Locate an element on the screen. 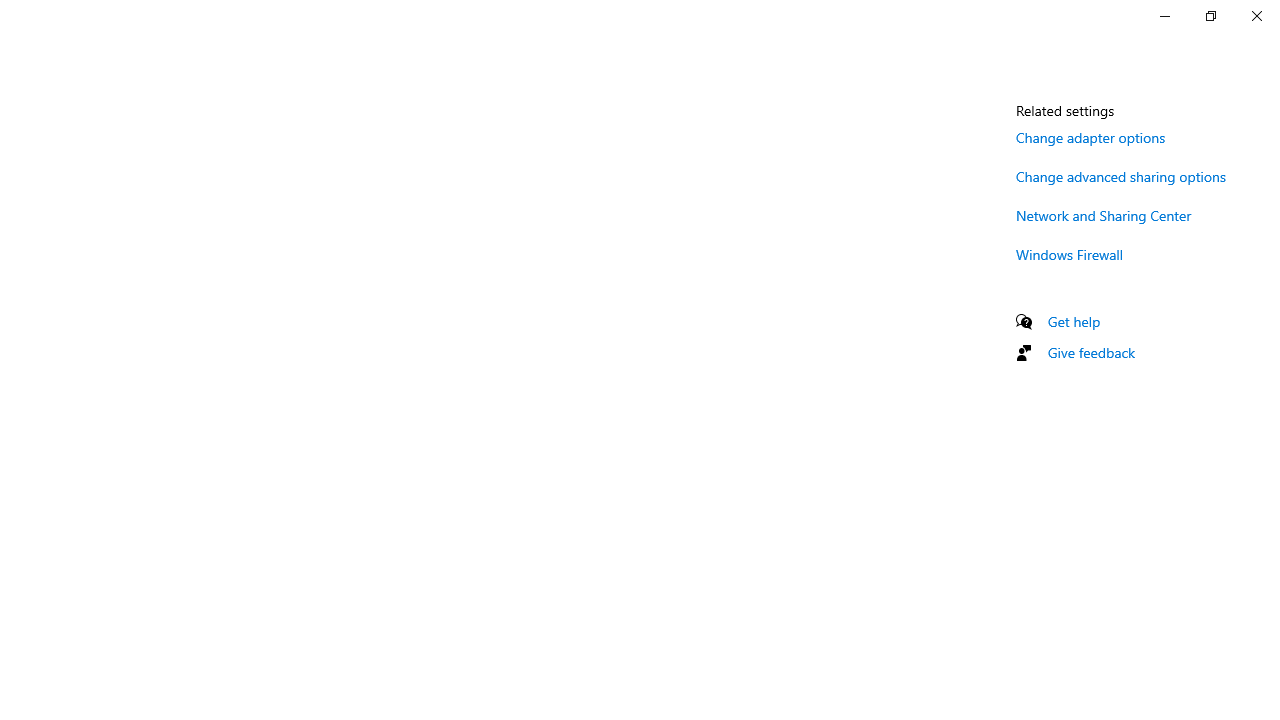 The image size is (1280, 720). 'Get help' is located at coordinates (1073, 320).